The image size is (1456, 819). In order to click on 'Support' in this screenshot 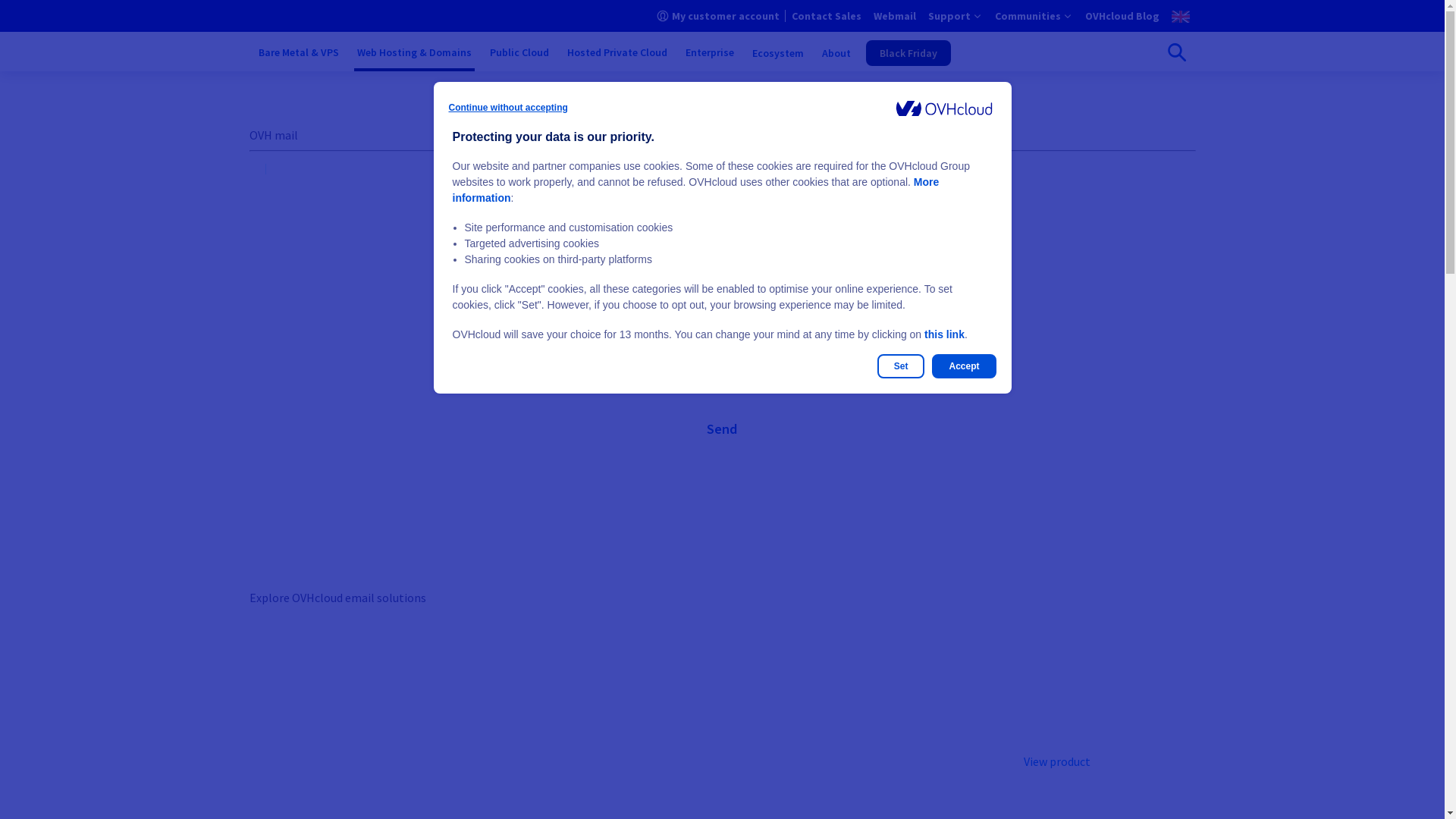, I will do `click(954, 15)`.